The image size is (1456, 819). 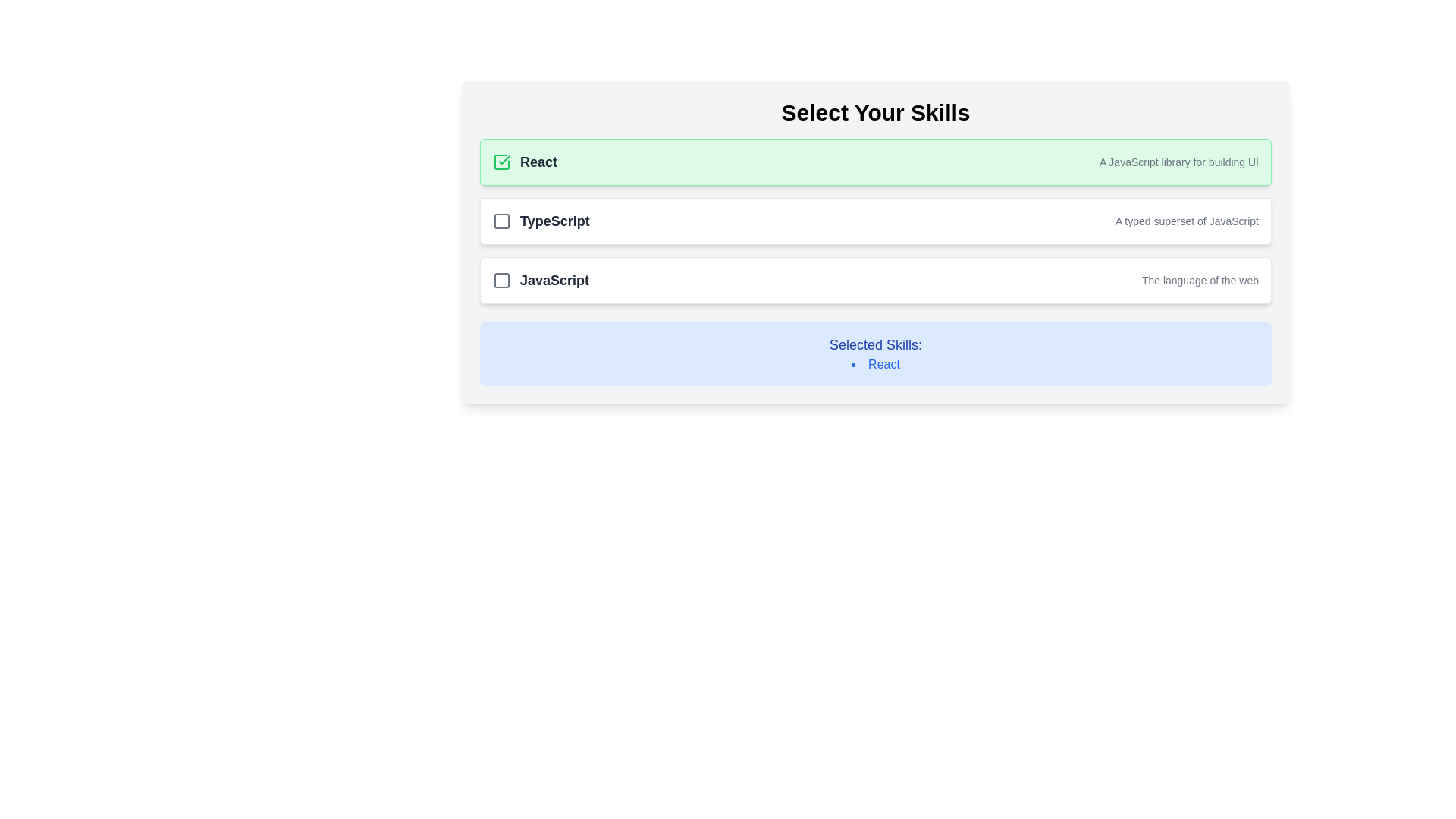 What do you see at coordinates (502, 221) in the screenshot?
I see `the gray square checkbox located to the left of the 'TypeScript' label` at bounding box center [502, 221].